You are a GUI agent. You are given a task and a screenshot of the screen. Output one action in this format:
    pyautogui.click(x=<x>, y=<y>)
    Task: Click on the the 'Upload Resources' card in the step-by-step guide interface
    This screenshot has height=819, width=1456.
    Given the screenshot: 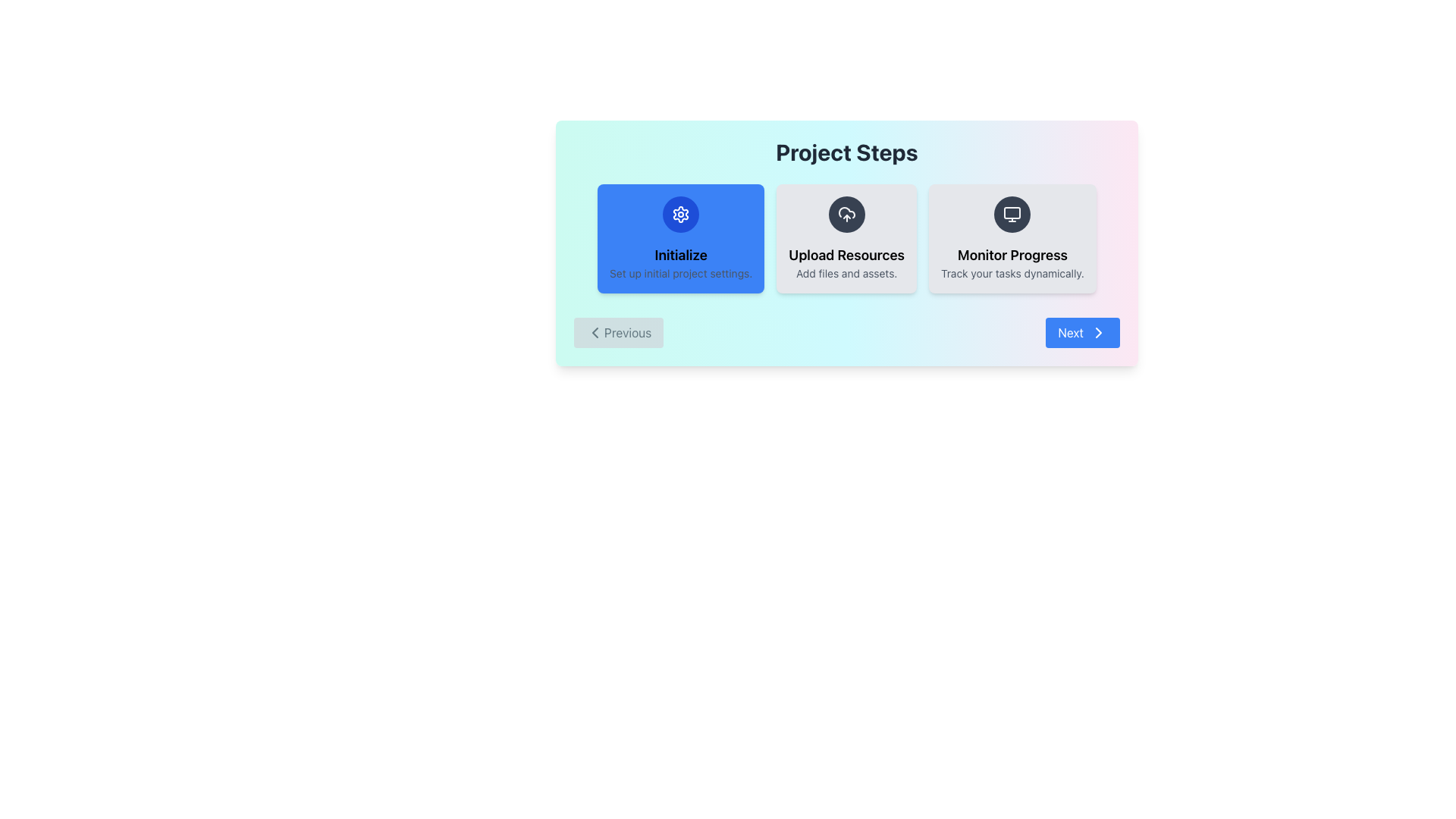 What is the action you would take?
    pyautogui.click(x=846, y=239)
    